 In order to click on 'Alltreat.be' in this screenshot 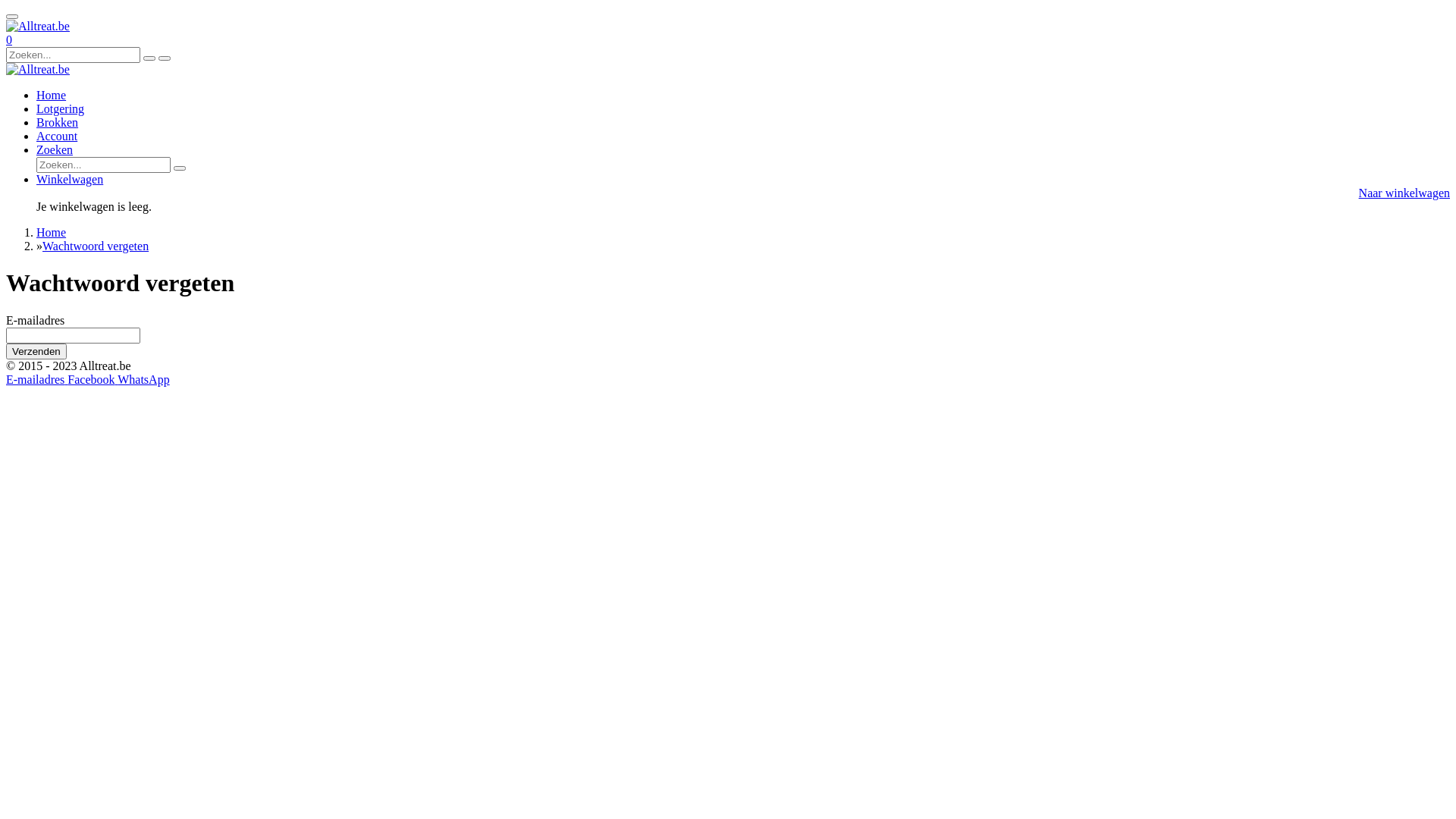, I will do `click(37, 70)`.